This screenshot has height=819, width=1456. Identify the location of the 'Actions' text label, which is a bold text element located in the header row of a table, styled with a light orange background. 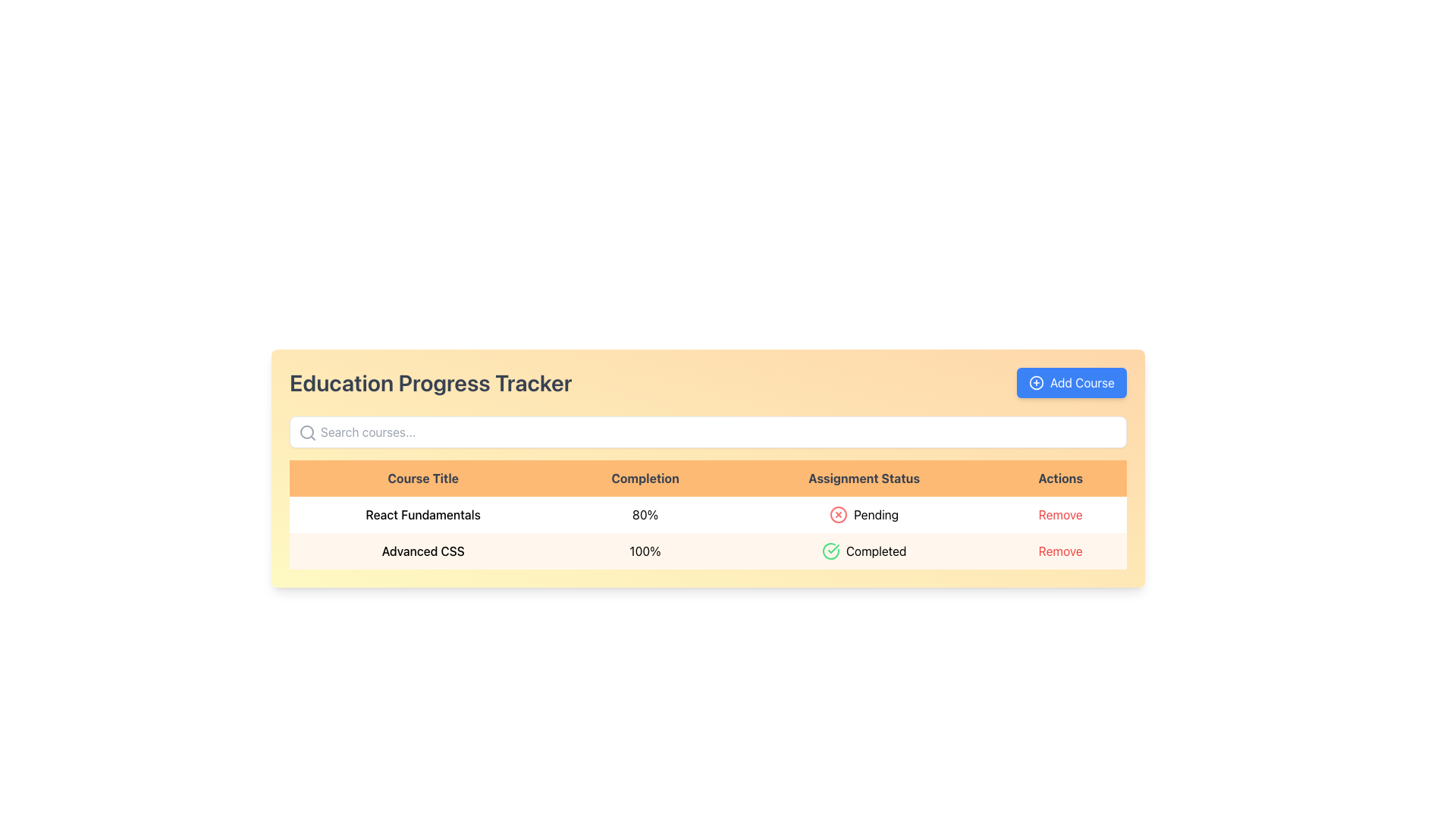
(1059, 479).